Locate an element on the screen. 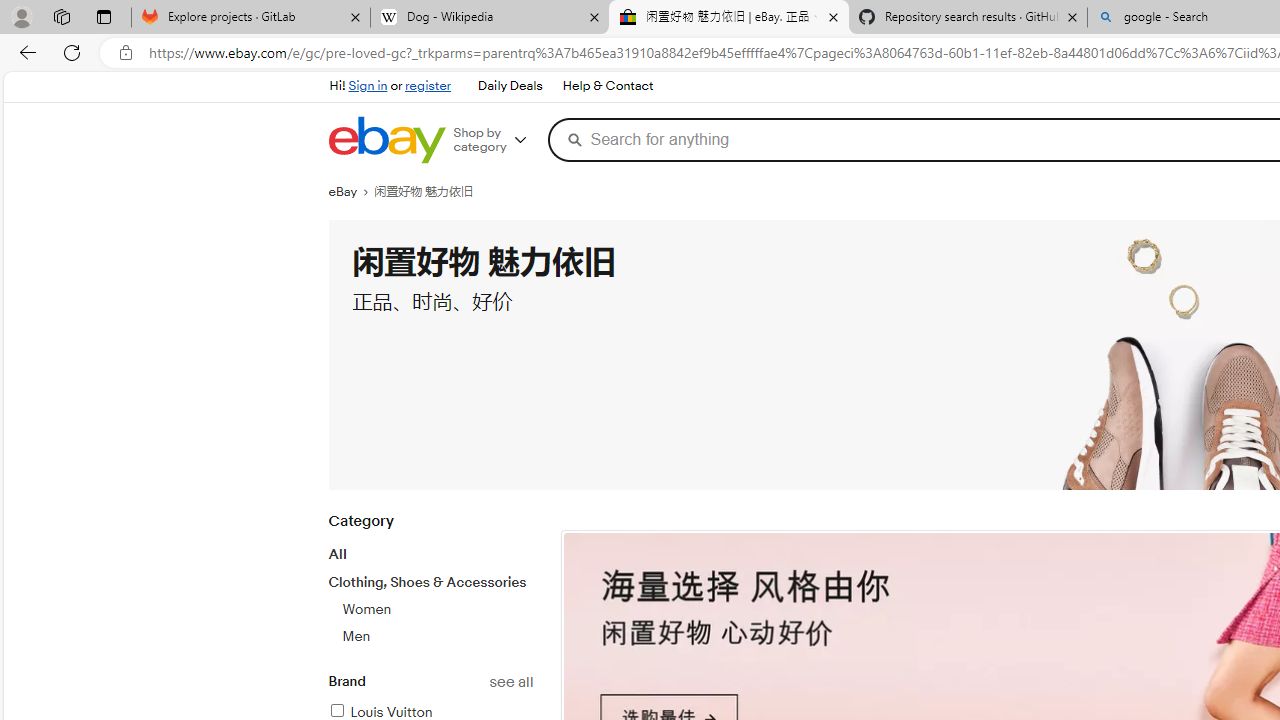  'All' is located at coordinates (337, 554).